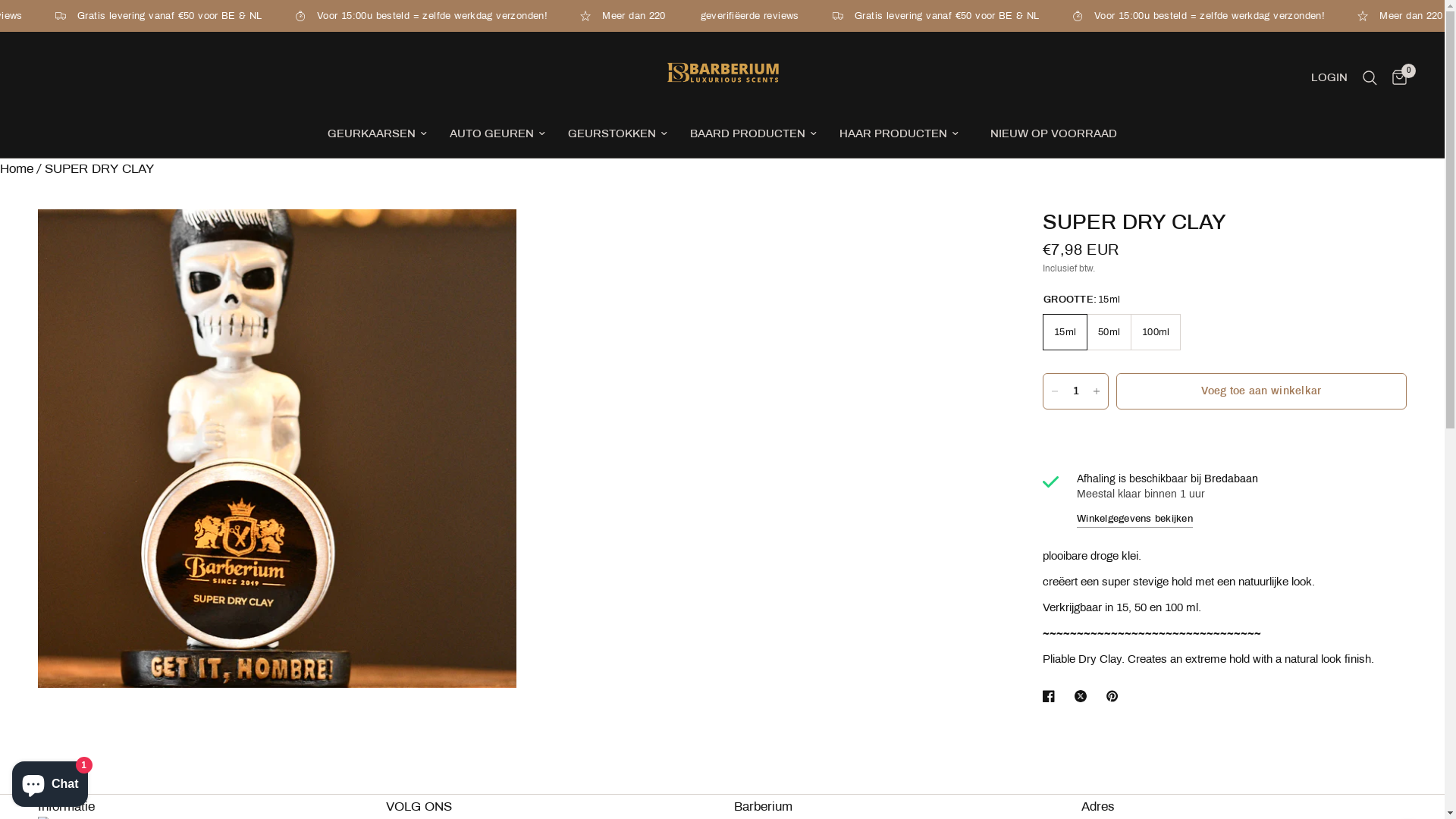 This screenshot has width=1456, height=819. Describe the element at coordinates (0, 168) in the screenshot. I see `'Home'` at that location.